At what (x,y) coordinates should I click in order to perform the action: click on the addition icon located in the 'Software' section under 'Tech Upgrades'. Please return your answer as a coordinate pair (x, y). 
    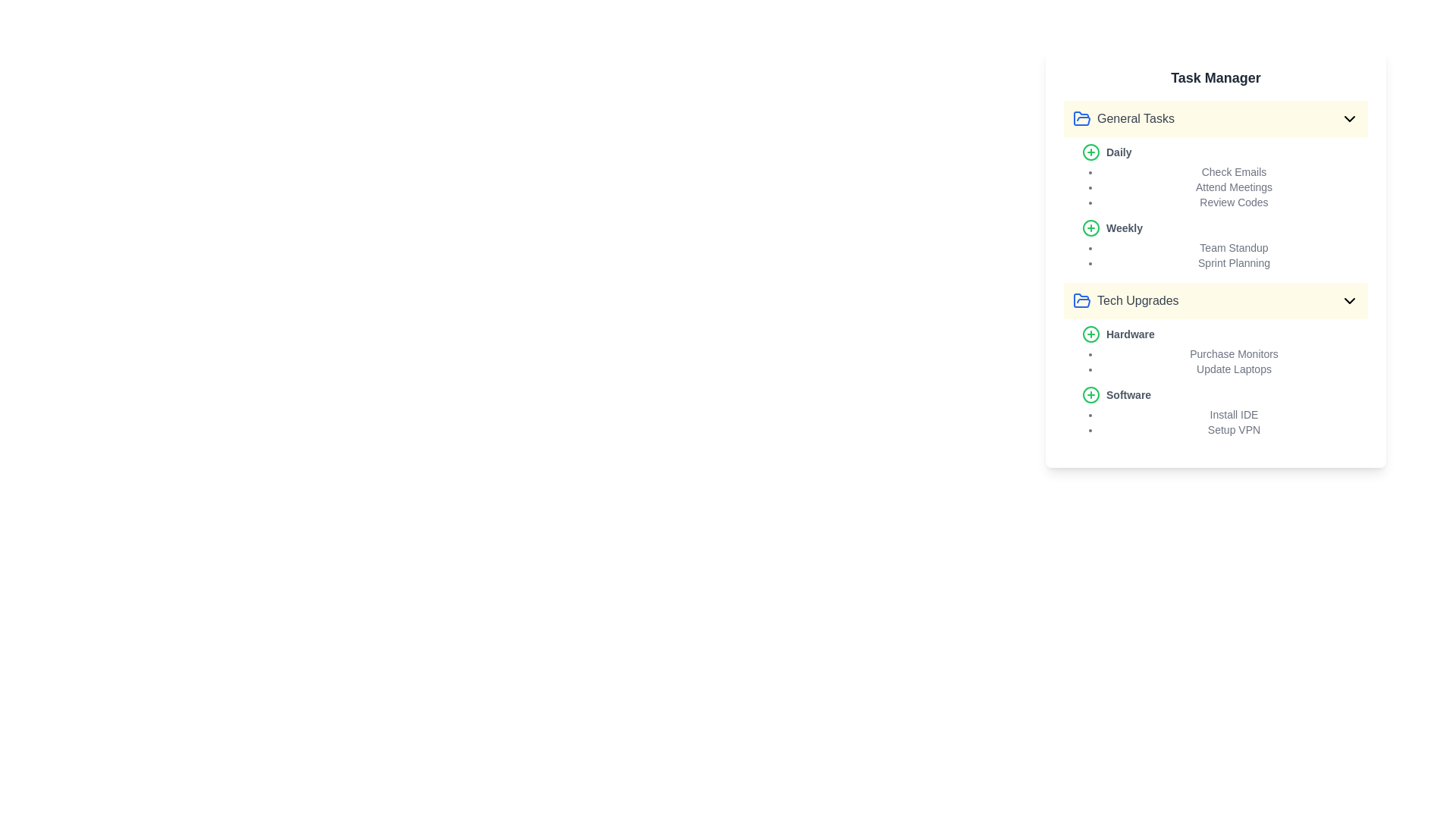
    Looking at the image, I should click on (1090, 394).